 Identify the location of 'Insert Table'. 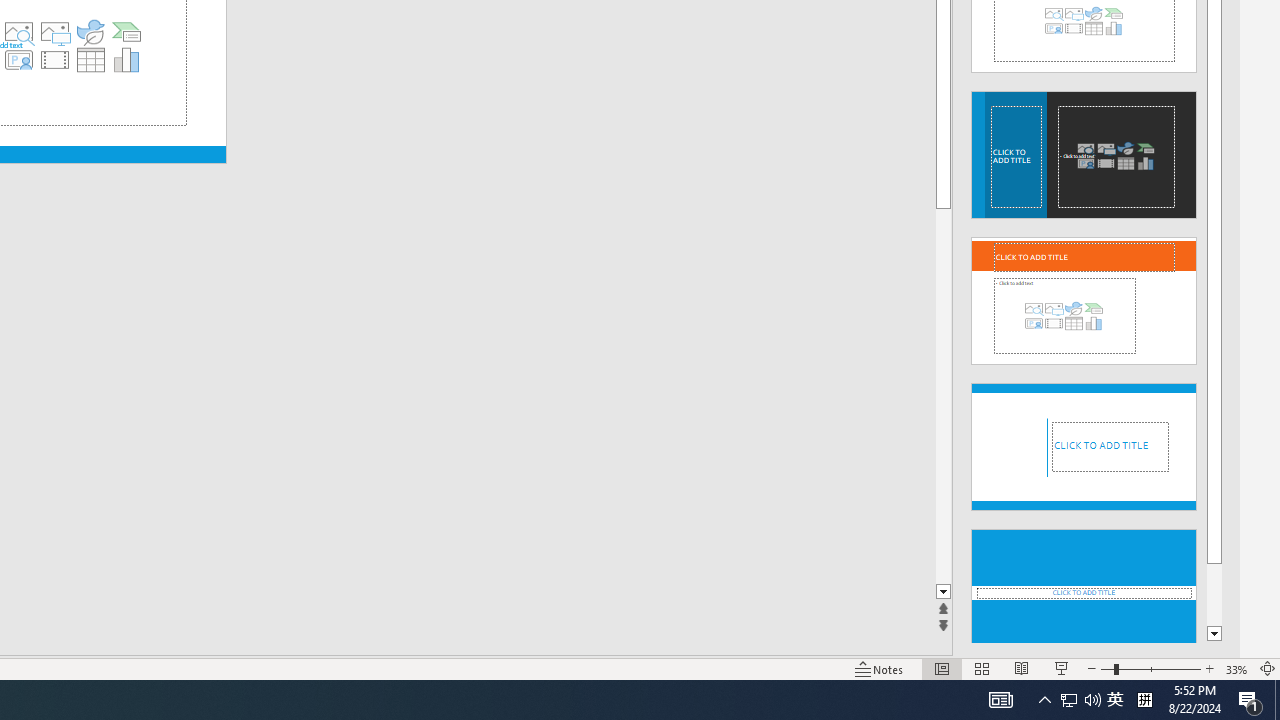
(90, 59).